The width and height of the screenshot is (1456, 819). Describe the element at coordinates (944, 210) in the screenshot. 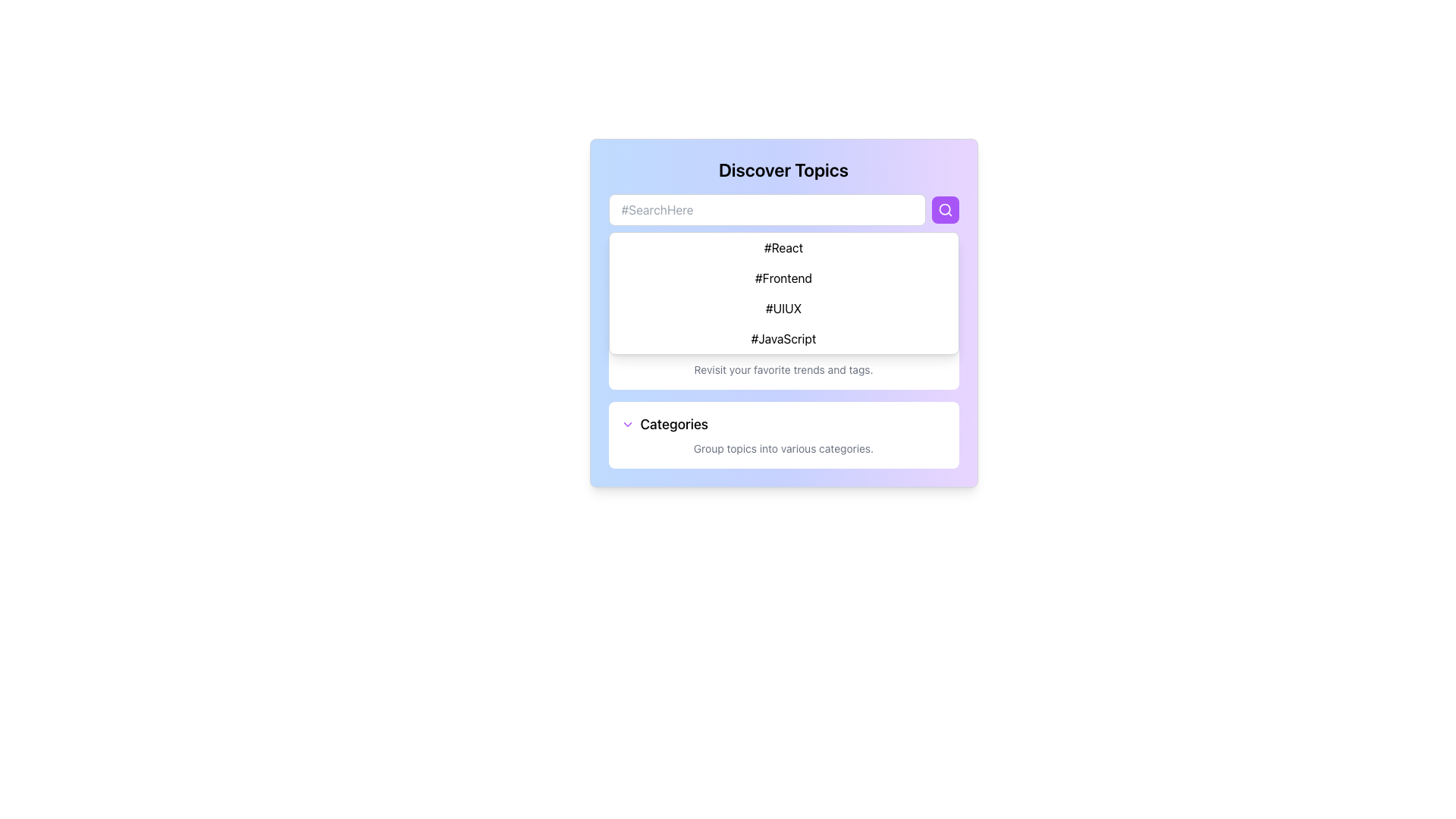

I see `the purple button with a white magnifying glass icon` at that location.